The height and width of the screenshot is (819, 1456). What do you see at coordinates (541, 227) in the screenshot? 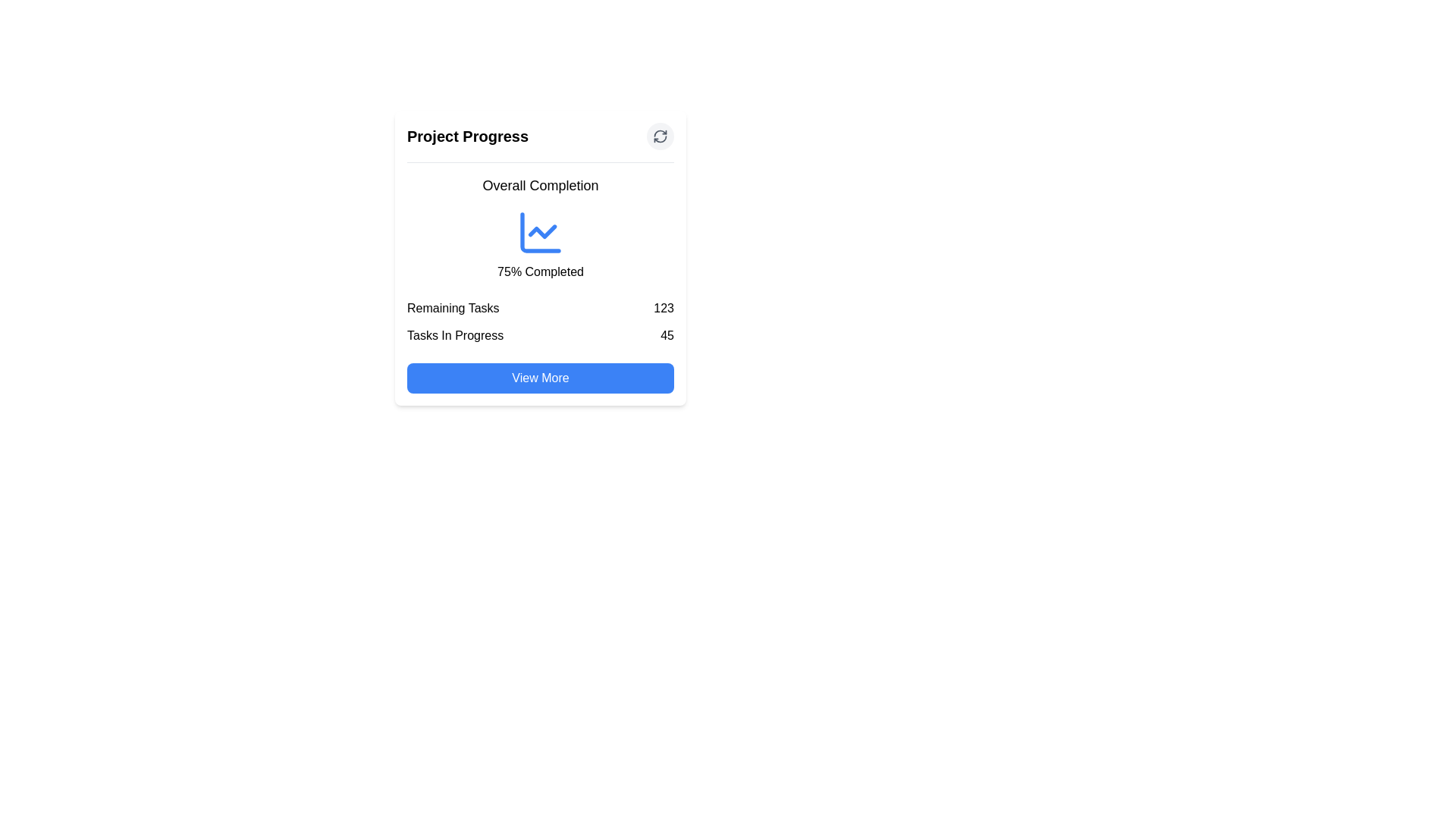
I see `the Information Display Section that shows the project completion percentage, located beneath the 'Project Progress' header` at bounding box center [541, 227].